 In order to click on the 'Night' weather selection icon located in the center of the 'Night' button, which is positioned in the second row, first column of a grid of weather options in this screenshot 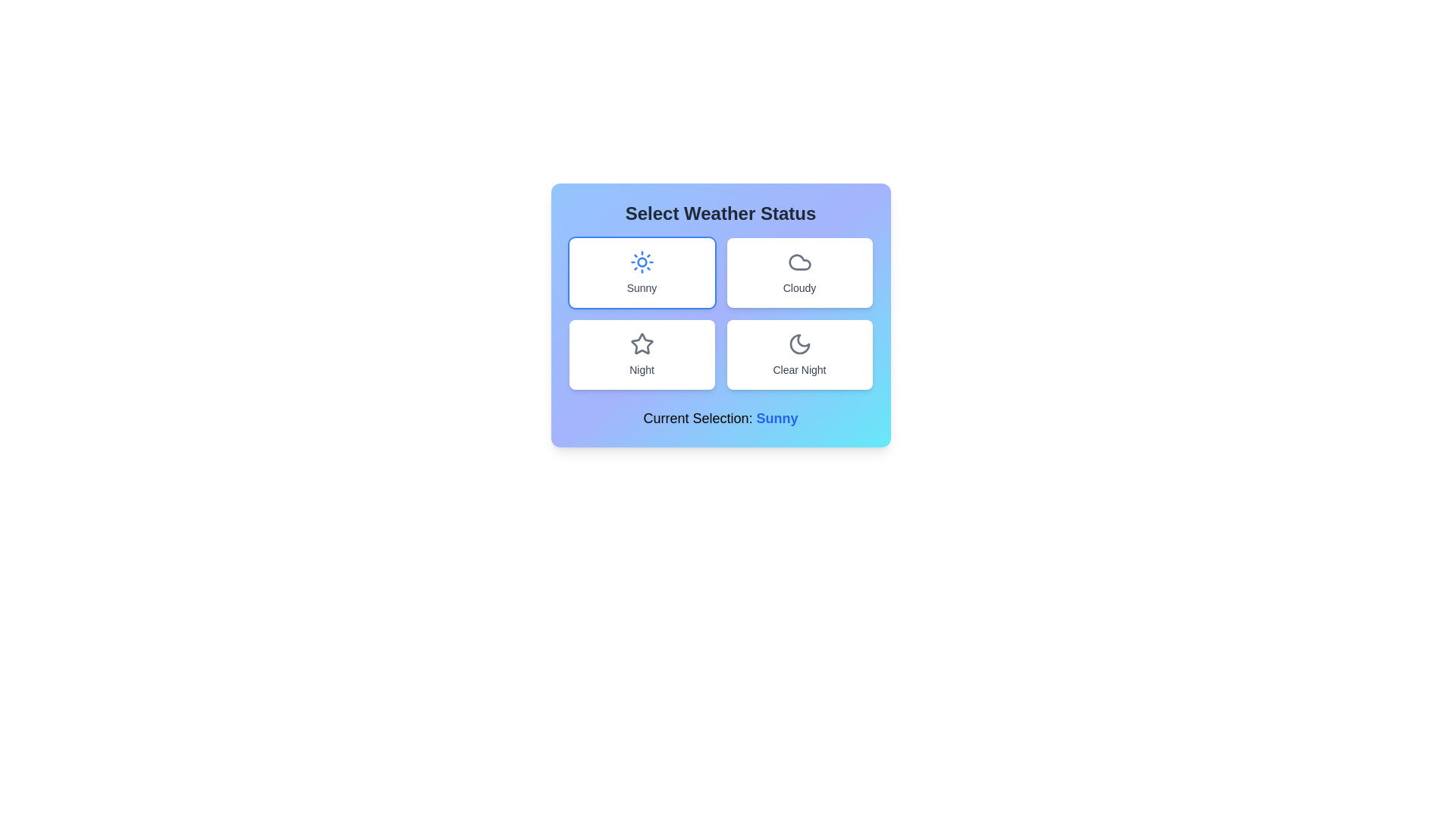, I will do `click(641, 343)`.